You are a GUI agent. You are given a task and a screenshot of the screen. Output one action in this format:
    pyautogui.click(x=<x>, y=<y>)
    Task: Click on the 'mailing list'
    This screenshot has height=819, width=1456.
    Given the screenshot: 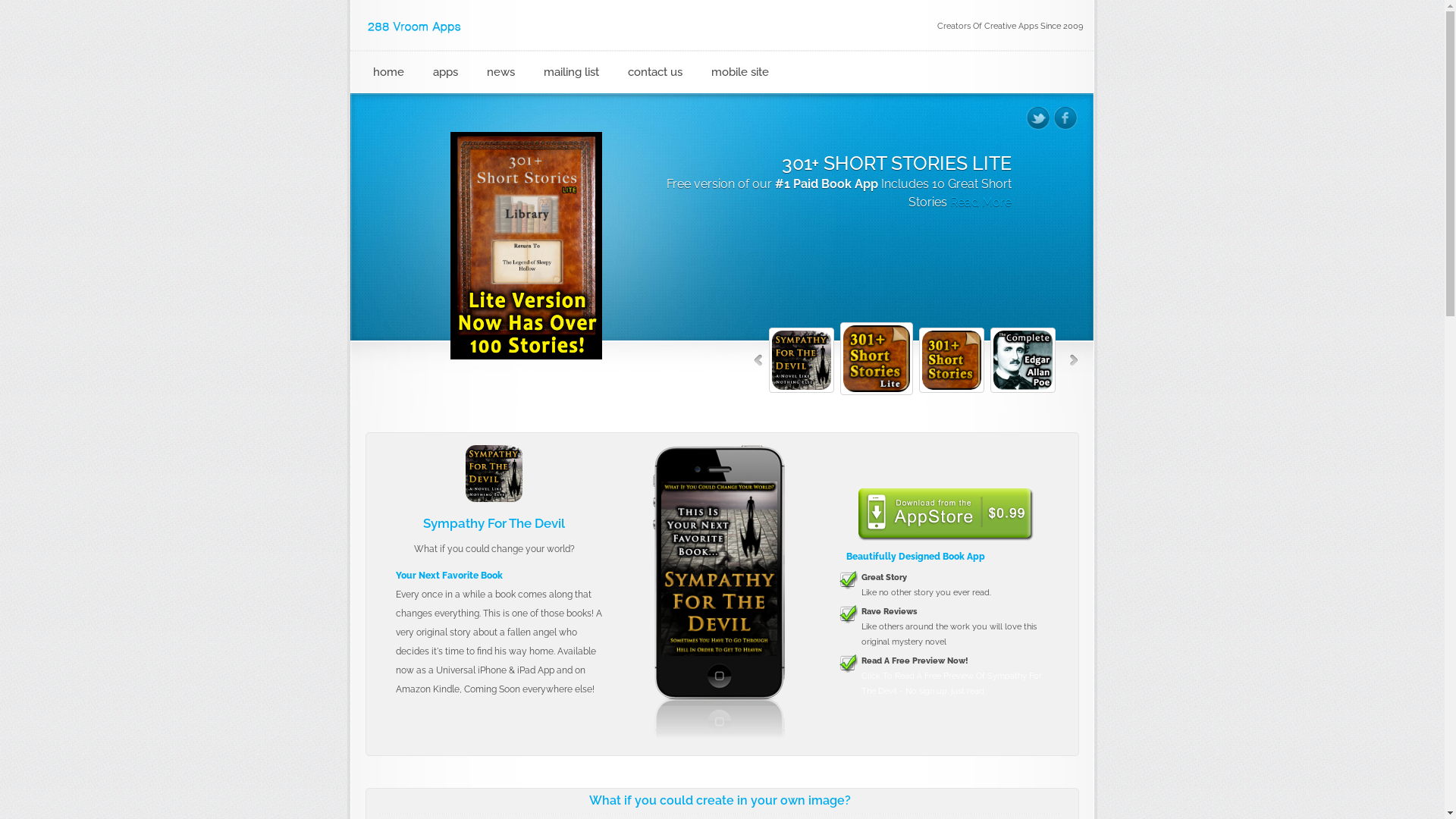 What is the action you would take?
    pyautogui.click(x=537, y=72)
    